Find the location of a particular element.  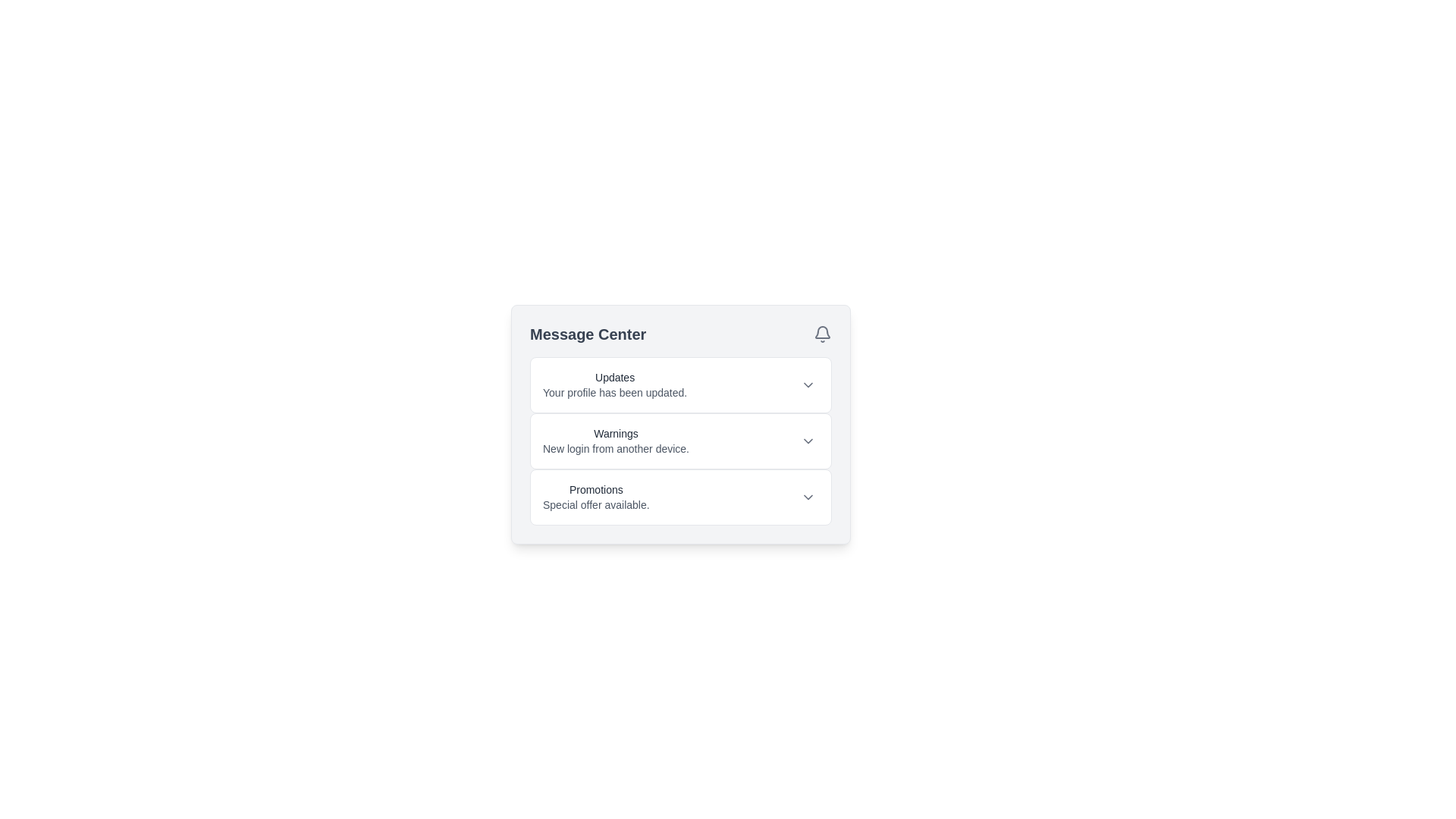

the 'Warnings' notification item in the Message Center is located at coordinates (679, 441).